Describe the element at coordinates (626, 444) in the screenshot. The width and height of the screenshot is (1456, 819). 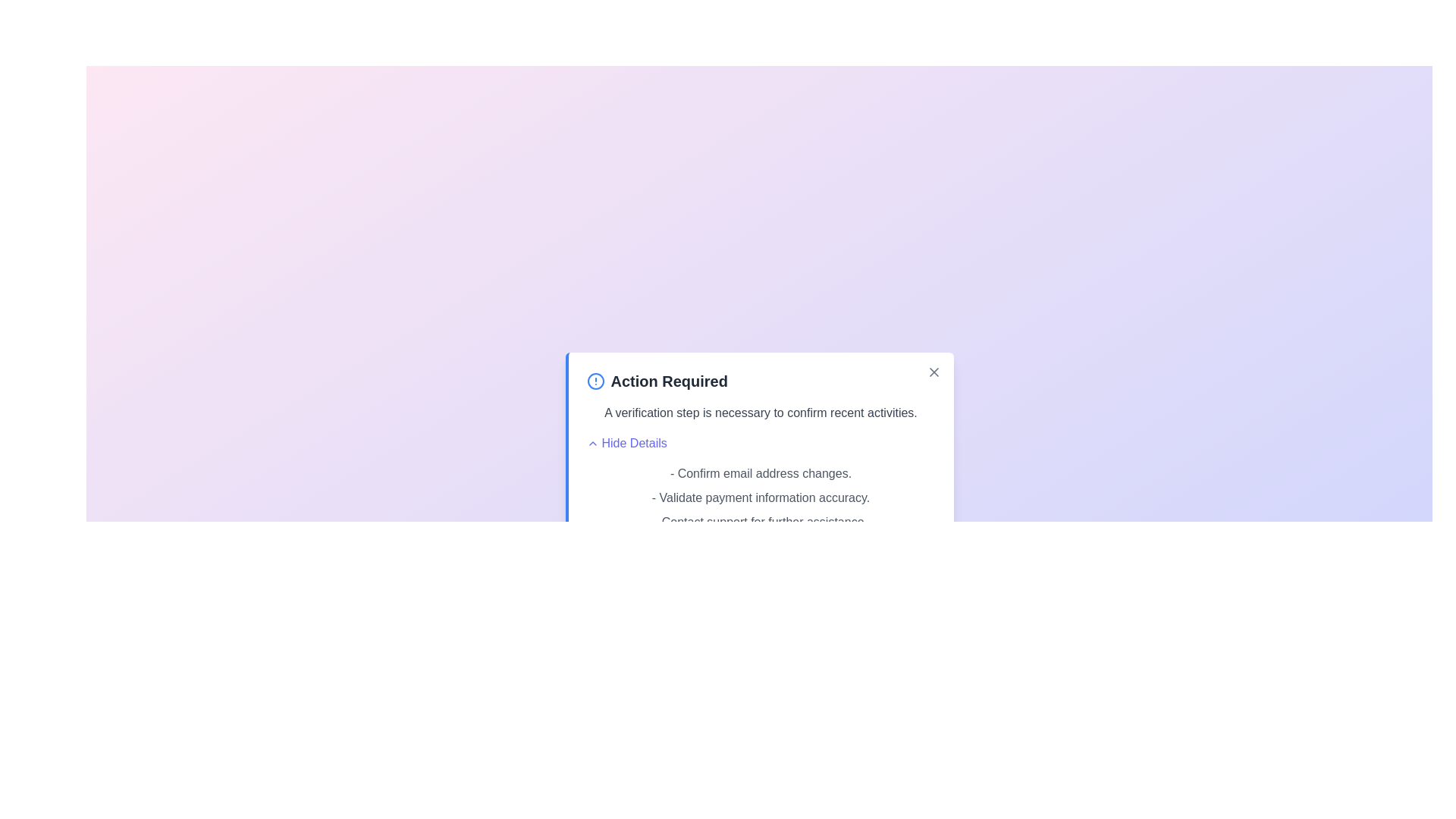
I see `the 'Hide Details' button to toggle the visibility of additional details` at that location.